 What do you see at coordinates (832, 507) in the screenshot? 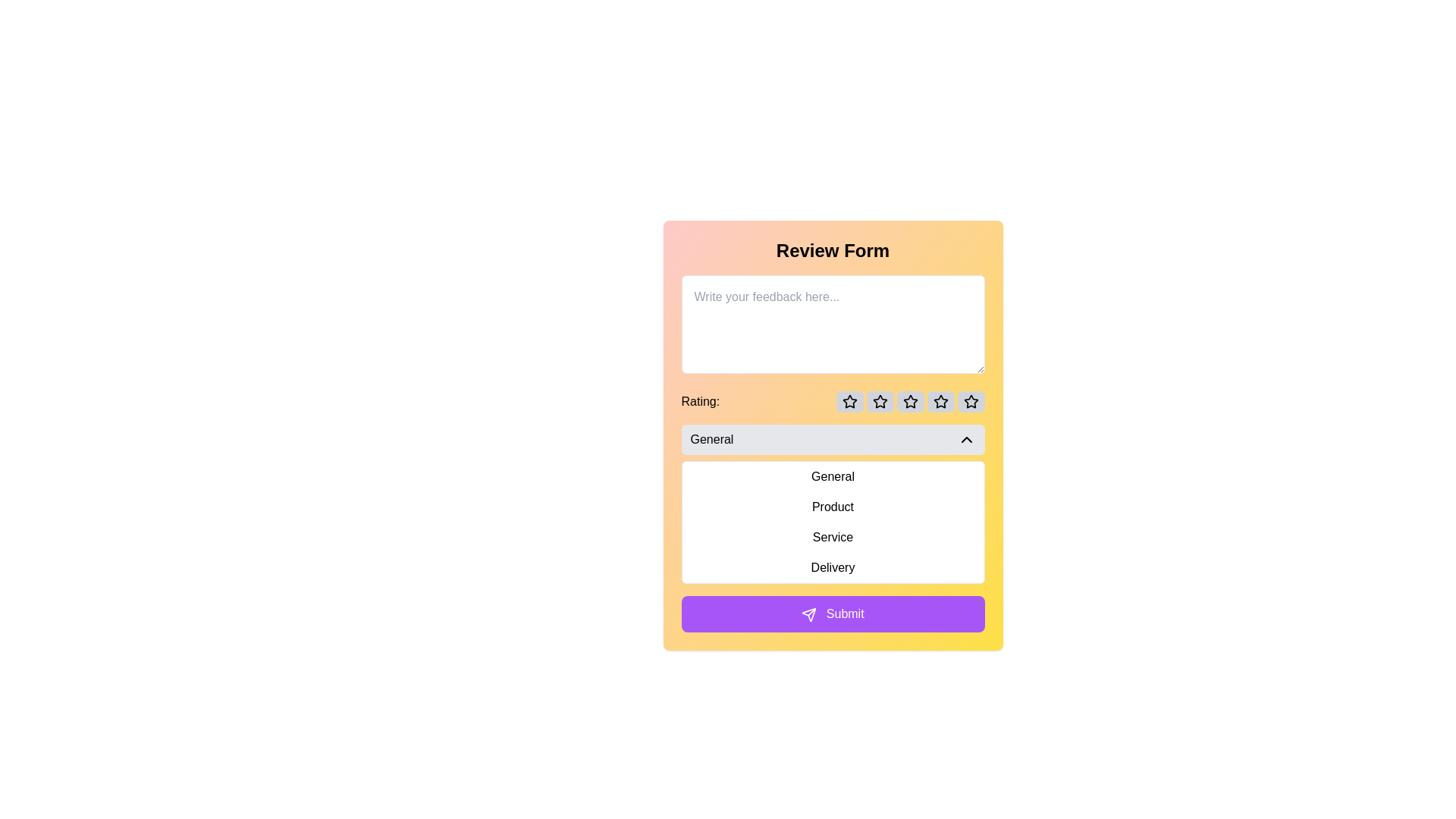
I see `the 'Product' text label, which is the second option in a dropdown list, to change its appearance` at bounding box center [832, 507].